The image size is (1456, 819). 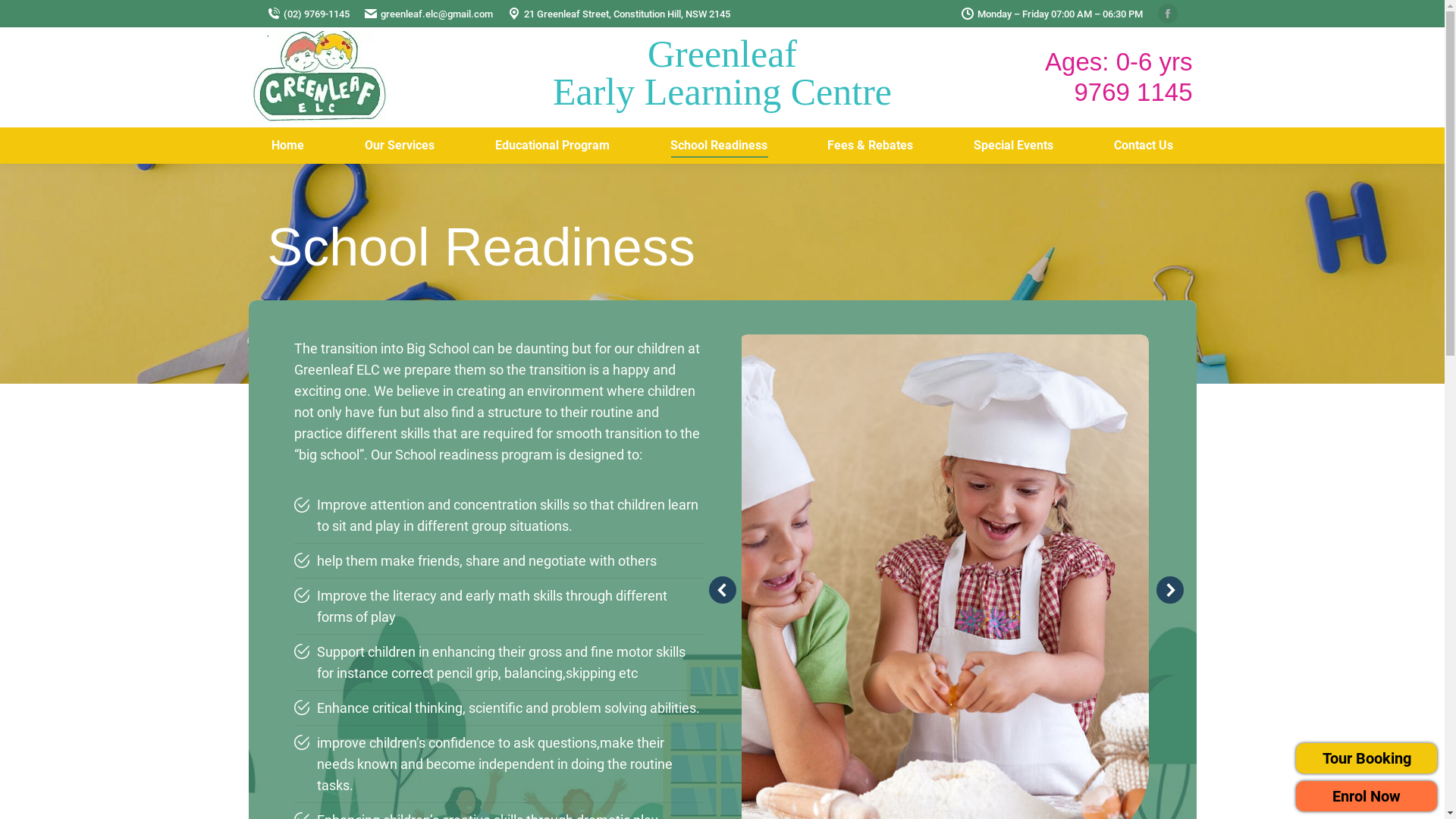 I want to click on 'School Readiness', so click(x=718, y=146).